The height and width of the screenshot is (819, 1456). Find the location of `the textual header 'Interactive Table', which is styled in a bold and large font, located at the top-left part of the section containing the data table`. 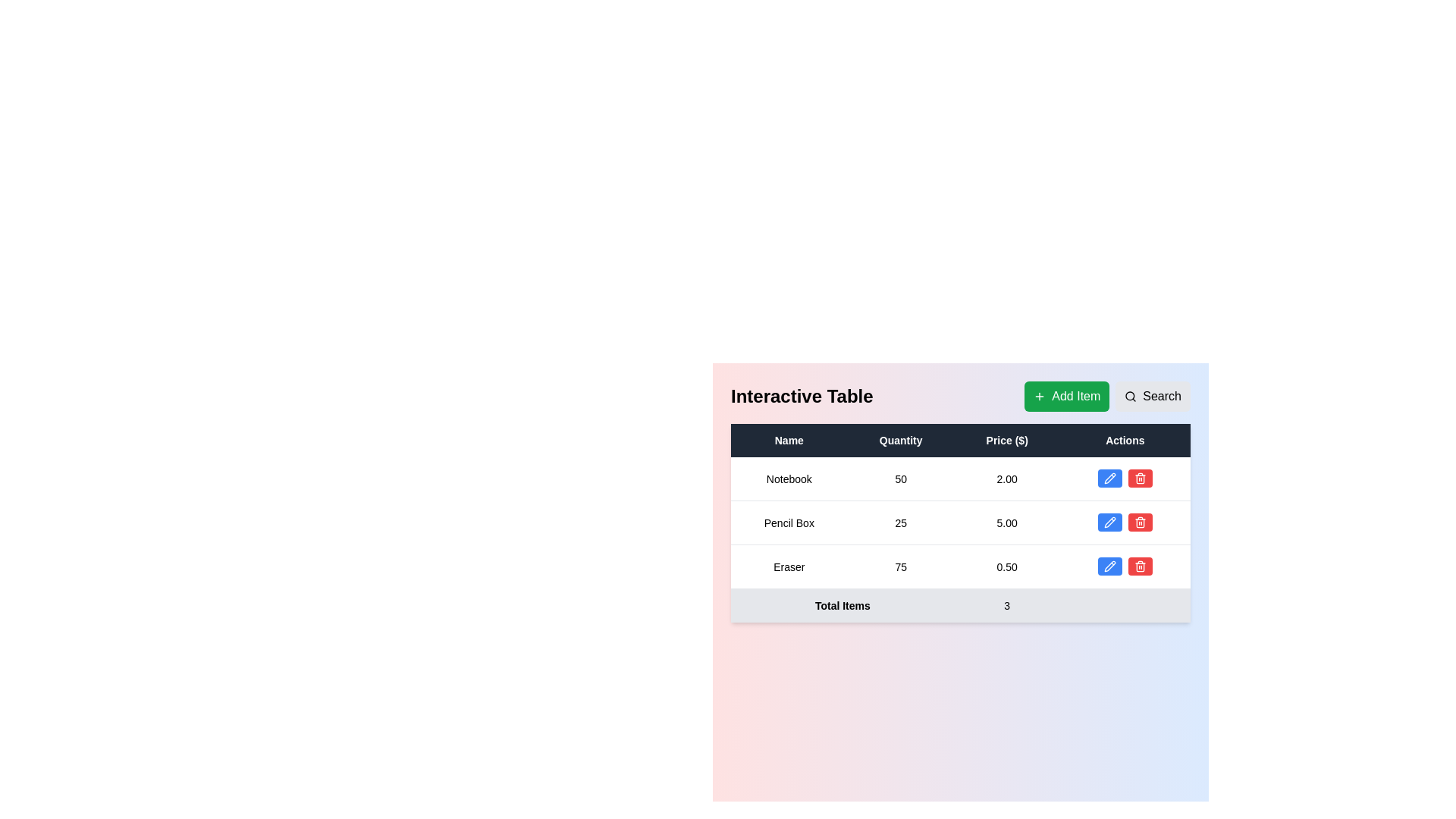

the textual header 'Interactive Table', which is styled in a bold and large font, located at the top-left part of the section containing the data table is located at coordinates (801, 396).